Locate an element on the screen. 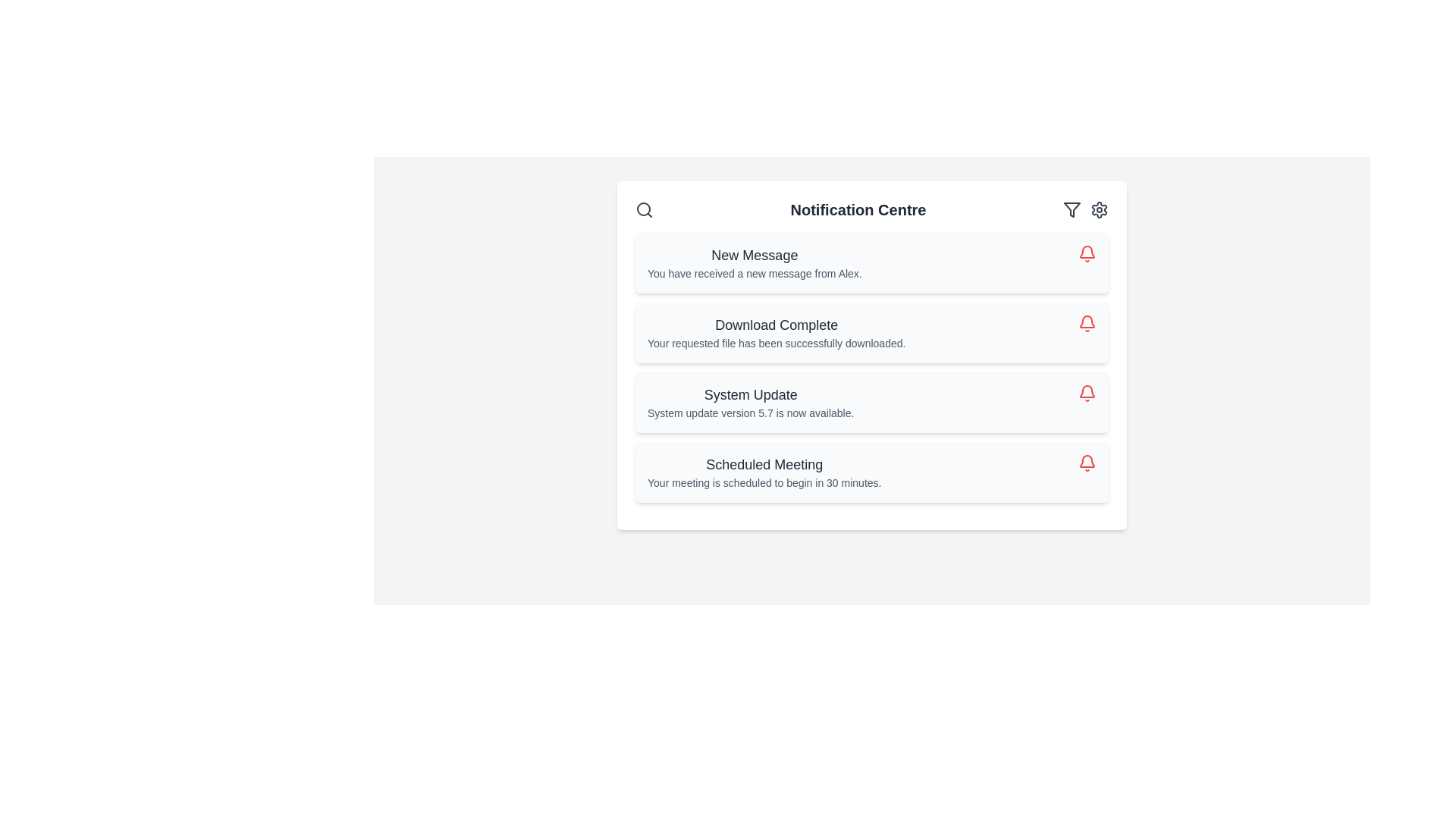 The width and height of the screenshot is (1456, 819). the search icon button located in the top-left corner of the Notification Centre header is located at coordinates (644, 210).